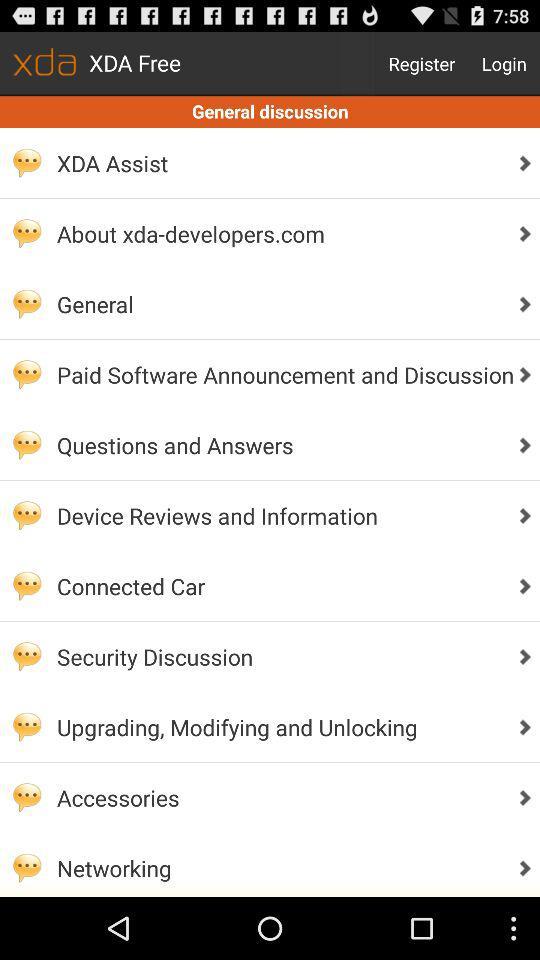 This screenshot has width=540, height=960. I want to click on the icon next to the register, so click(503, 63).